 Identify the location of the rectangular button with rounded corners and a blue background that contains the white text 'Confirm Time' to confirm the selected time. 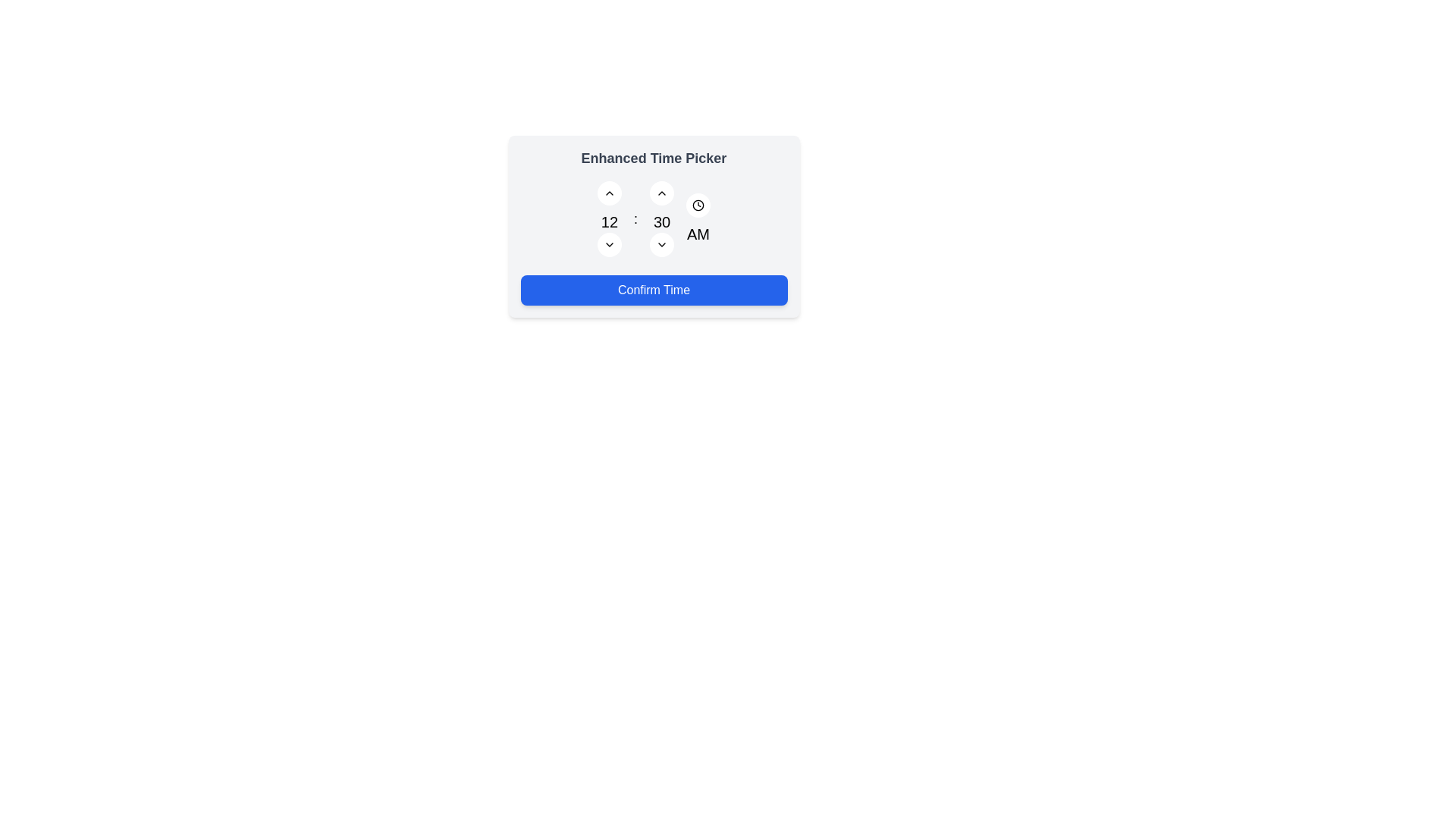
(654, 290).